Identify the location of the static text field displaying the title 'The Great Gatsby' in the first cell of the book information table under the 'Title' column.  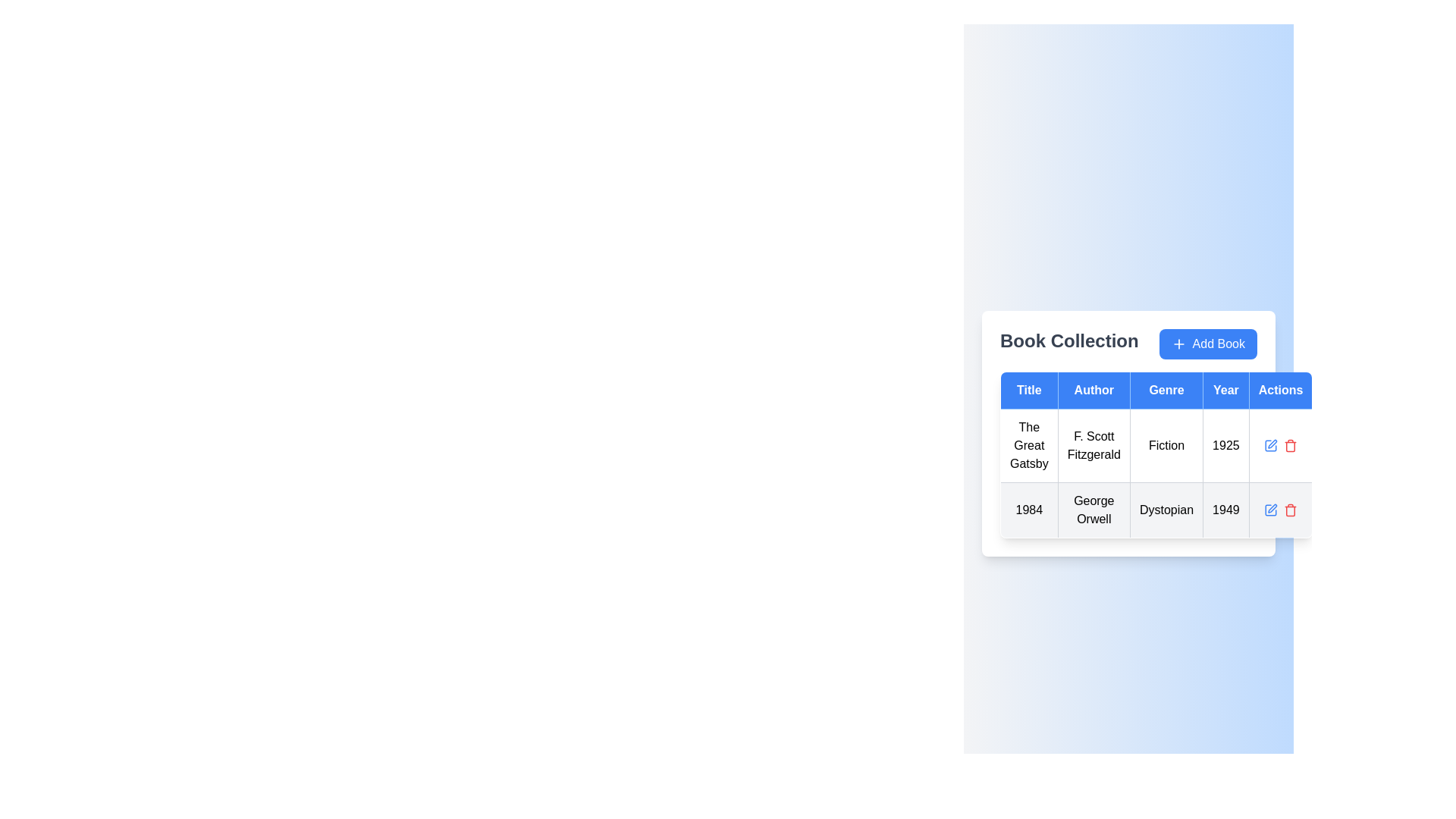
(1029, 444).